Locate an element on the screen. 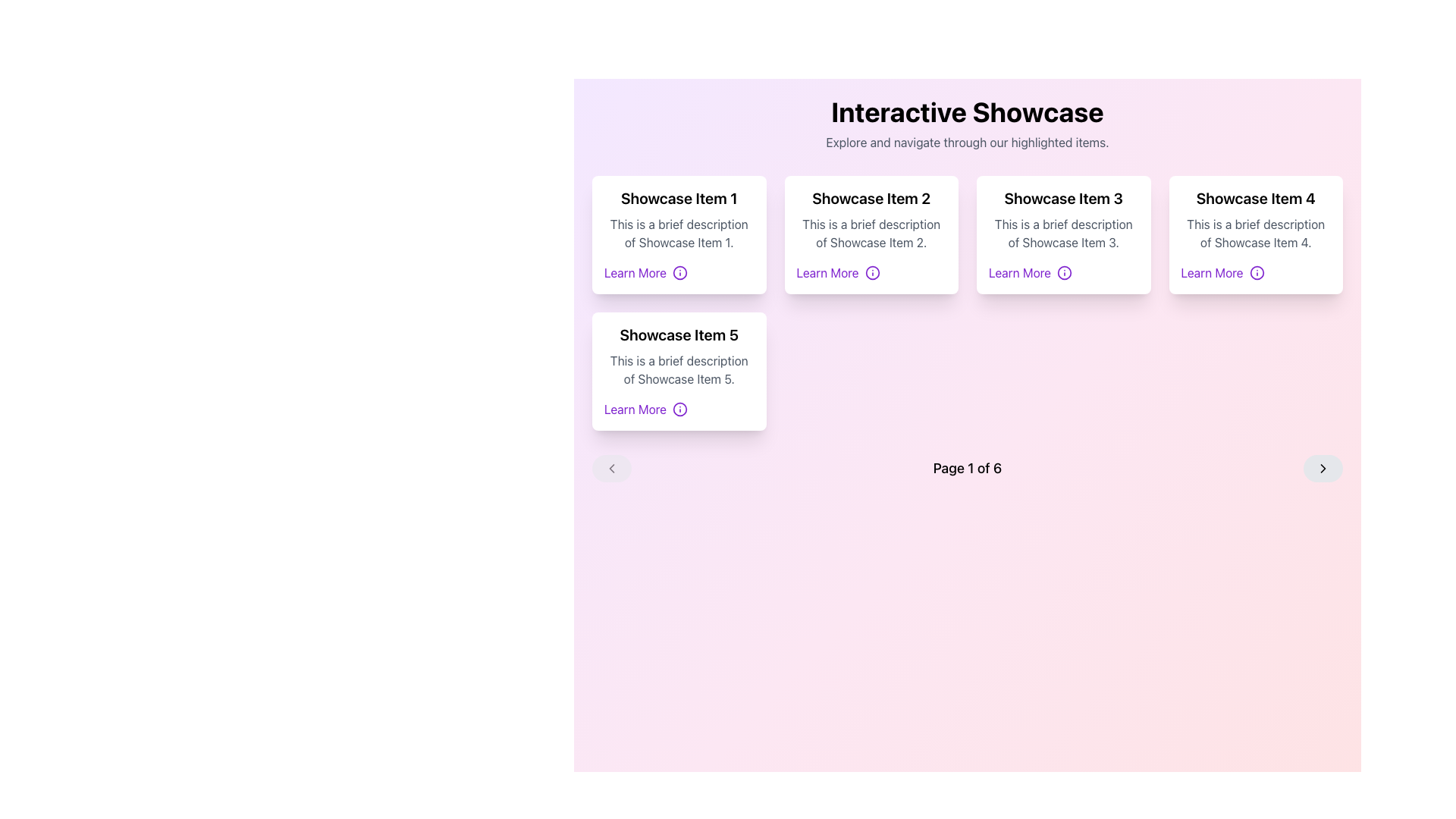 Image resolution: width=1456 pixels, height=819 pixels. the informational text block displaying the title and description of the second showcase item to potentially reveal tooltips or additional effects is located at coordinates (871, 219).